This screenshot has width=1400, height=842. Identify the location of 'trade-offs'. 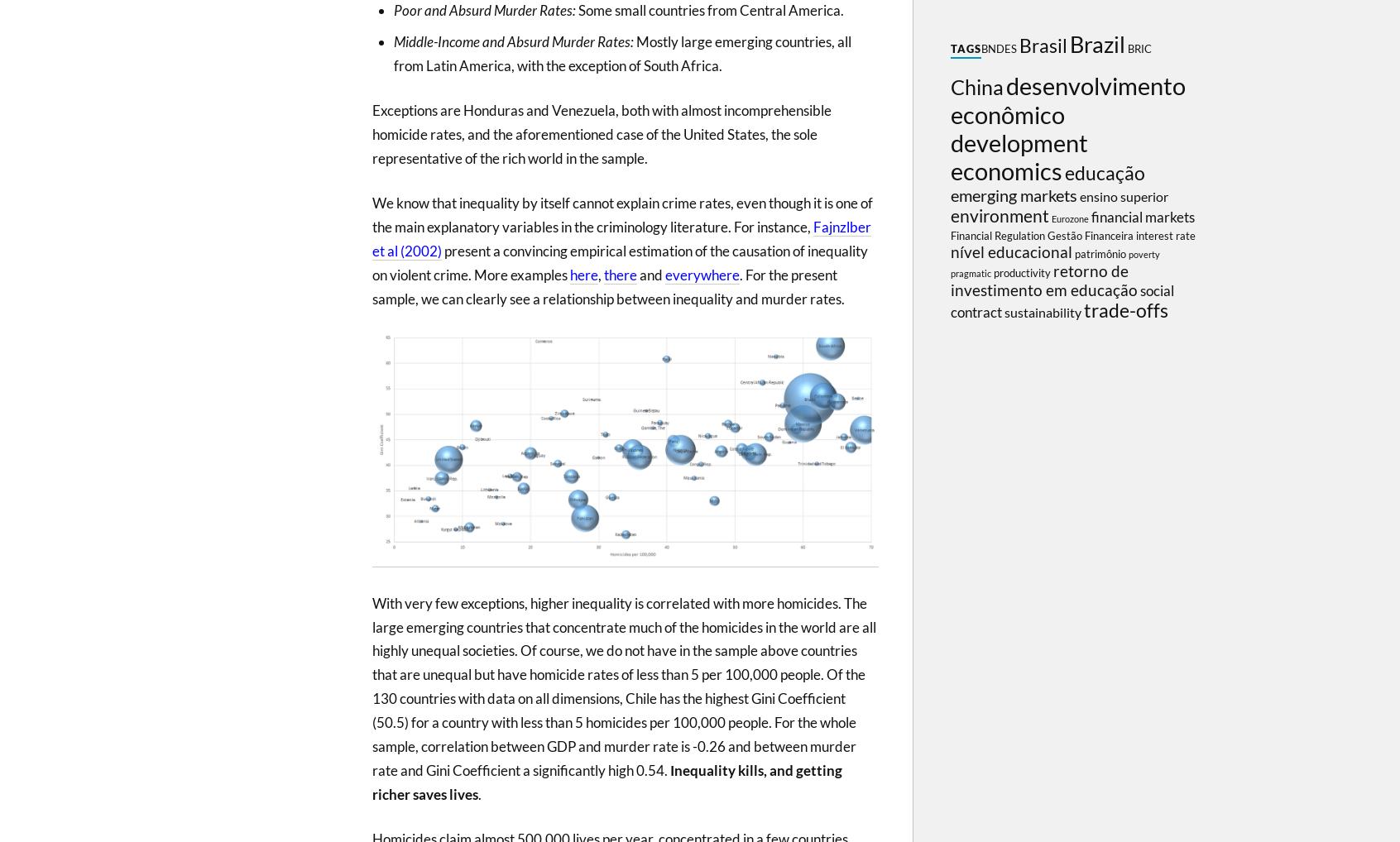
(1082, 310).